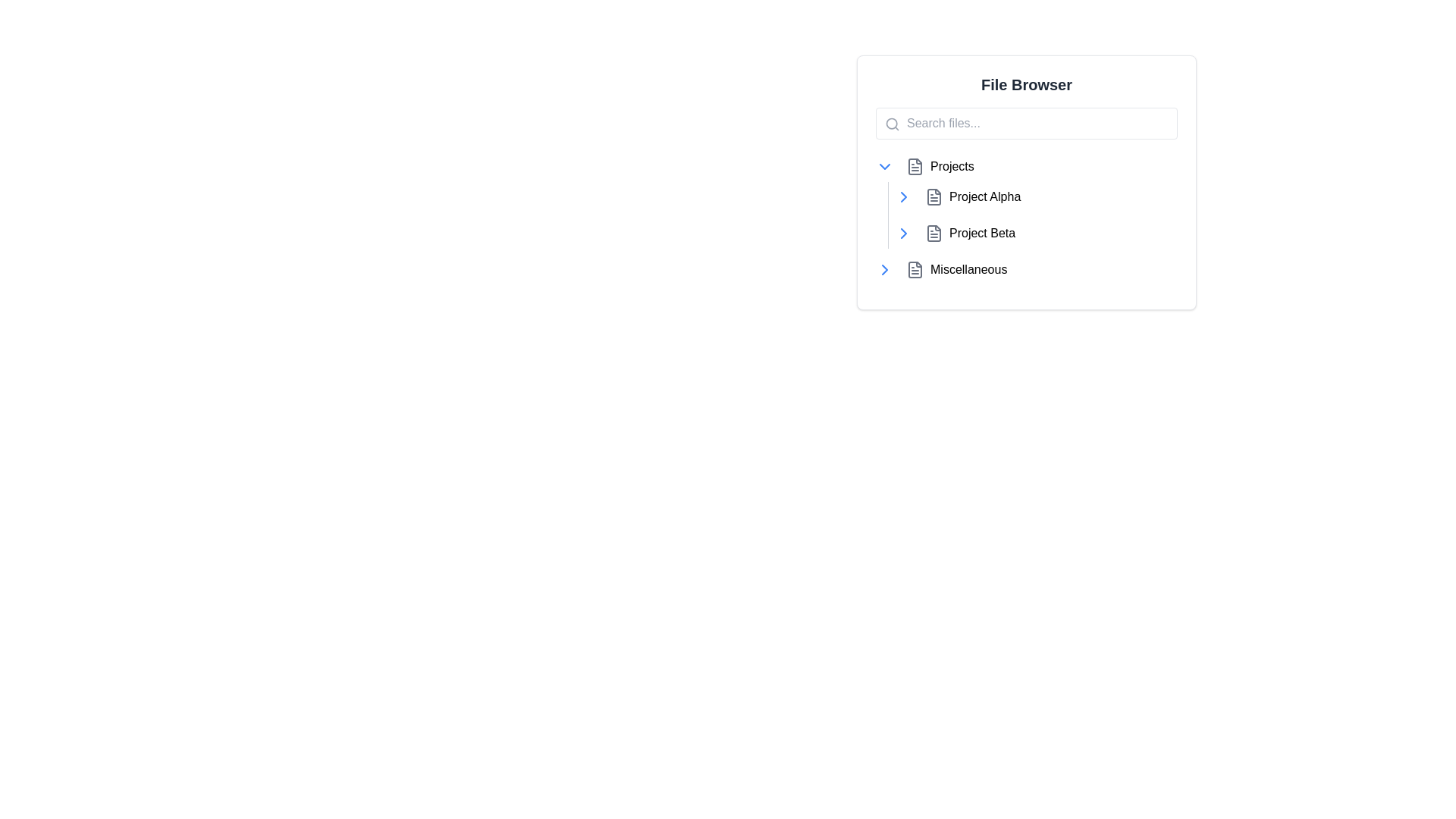 The image size is (1456, 819). What do you see at coordinates (1035, 196) in the screenshot?
I see `to select the list item named 'Project Alpha' located in the 'File Browser' panel, which is the first item under the 'Projects' section` at bounding box center [1035, 196].